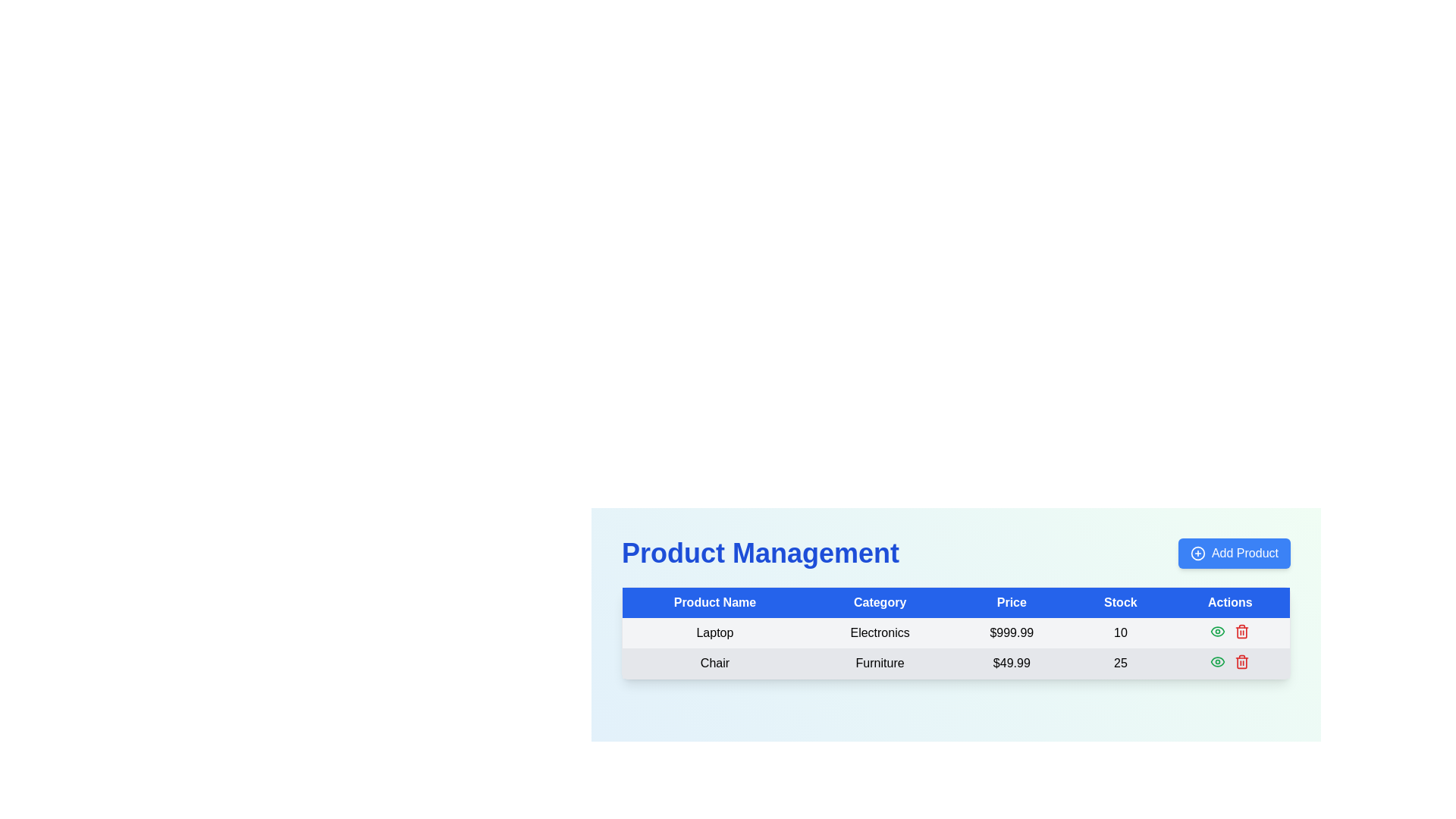 This screenshot has width=1456, height=819. What do you see at coordinates (1230, 601) in the screenshot?
I see `the rectangular button labeled 'Actions' with a solid blue background located in the table header row, positioned to the right of the 'Stock' column header` at bounding box center [1230, 601].